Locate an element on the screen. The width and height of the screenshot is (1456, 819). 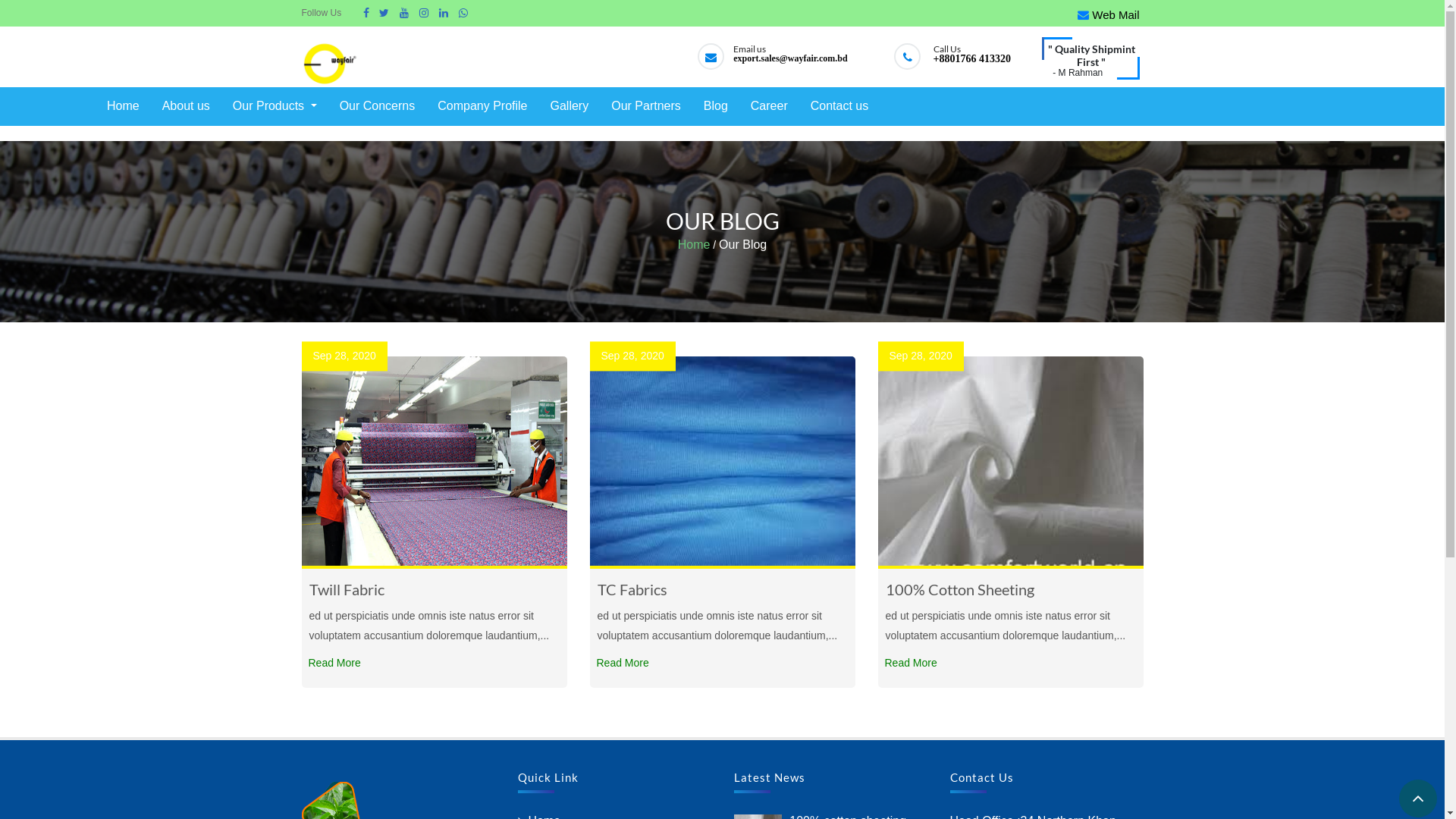
'Career' is located at coordinates (769, 105).